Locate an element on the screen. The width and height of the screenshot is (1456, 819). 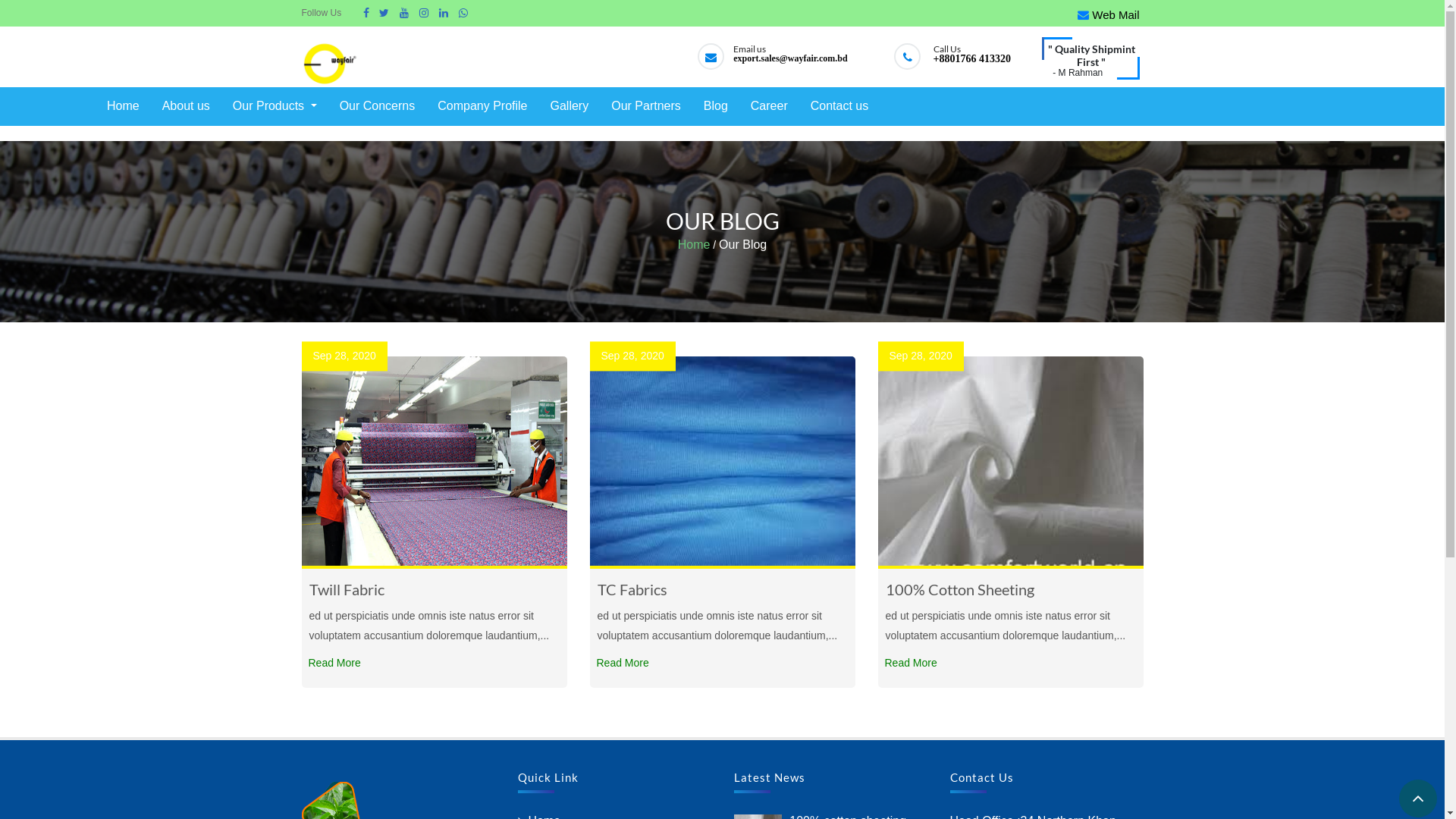
'Career' is located at coordinates (769, 105).